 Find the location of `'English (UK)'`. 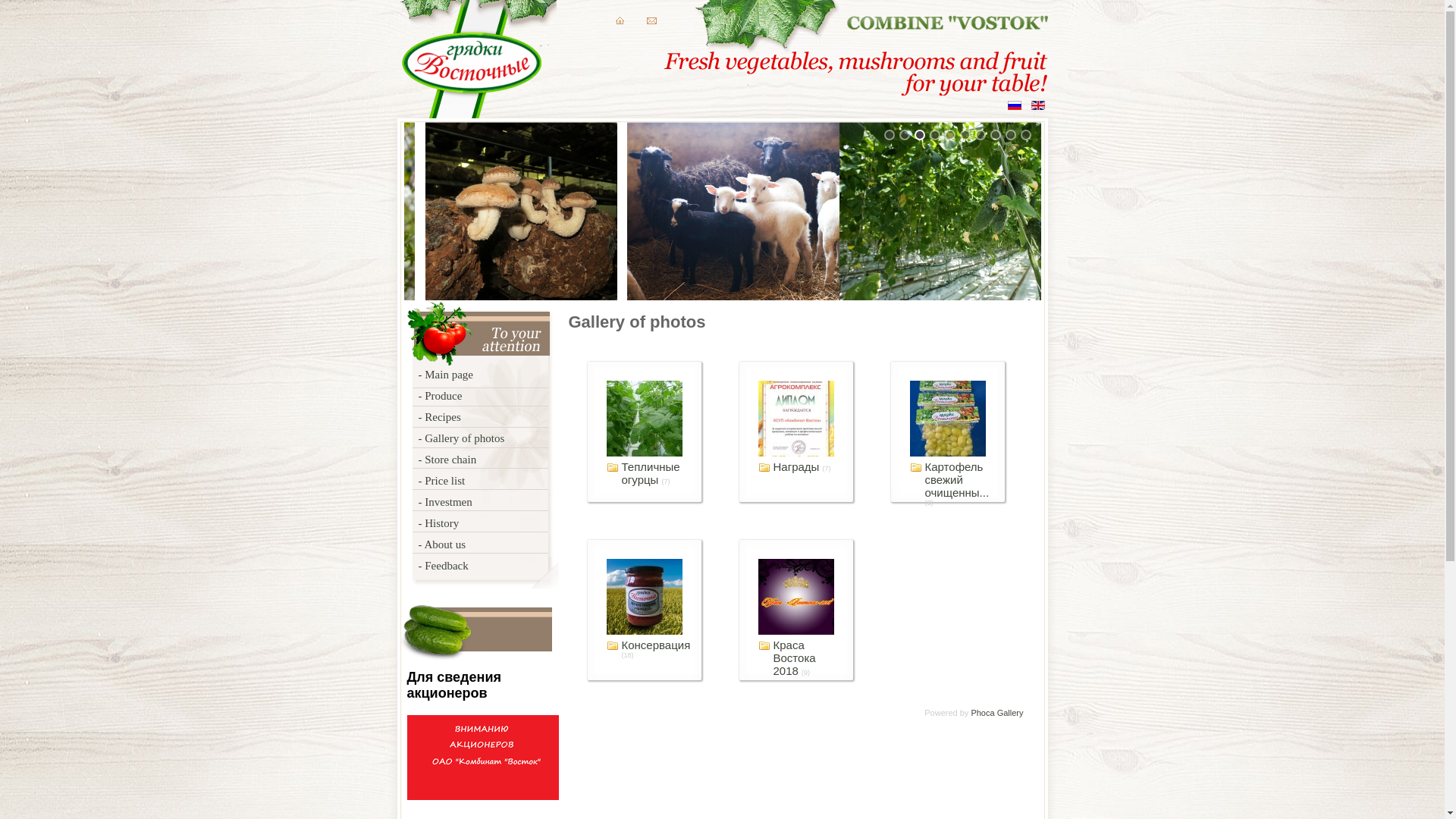

'English (UK)' is located at coordinates (1037, 104).